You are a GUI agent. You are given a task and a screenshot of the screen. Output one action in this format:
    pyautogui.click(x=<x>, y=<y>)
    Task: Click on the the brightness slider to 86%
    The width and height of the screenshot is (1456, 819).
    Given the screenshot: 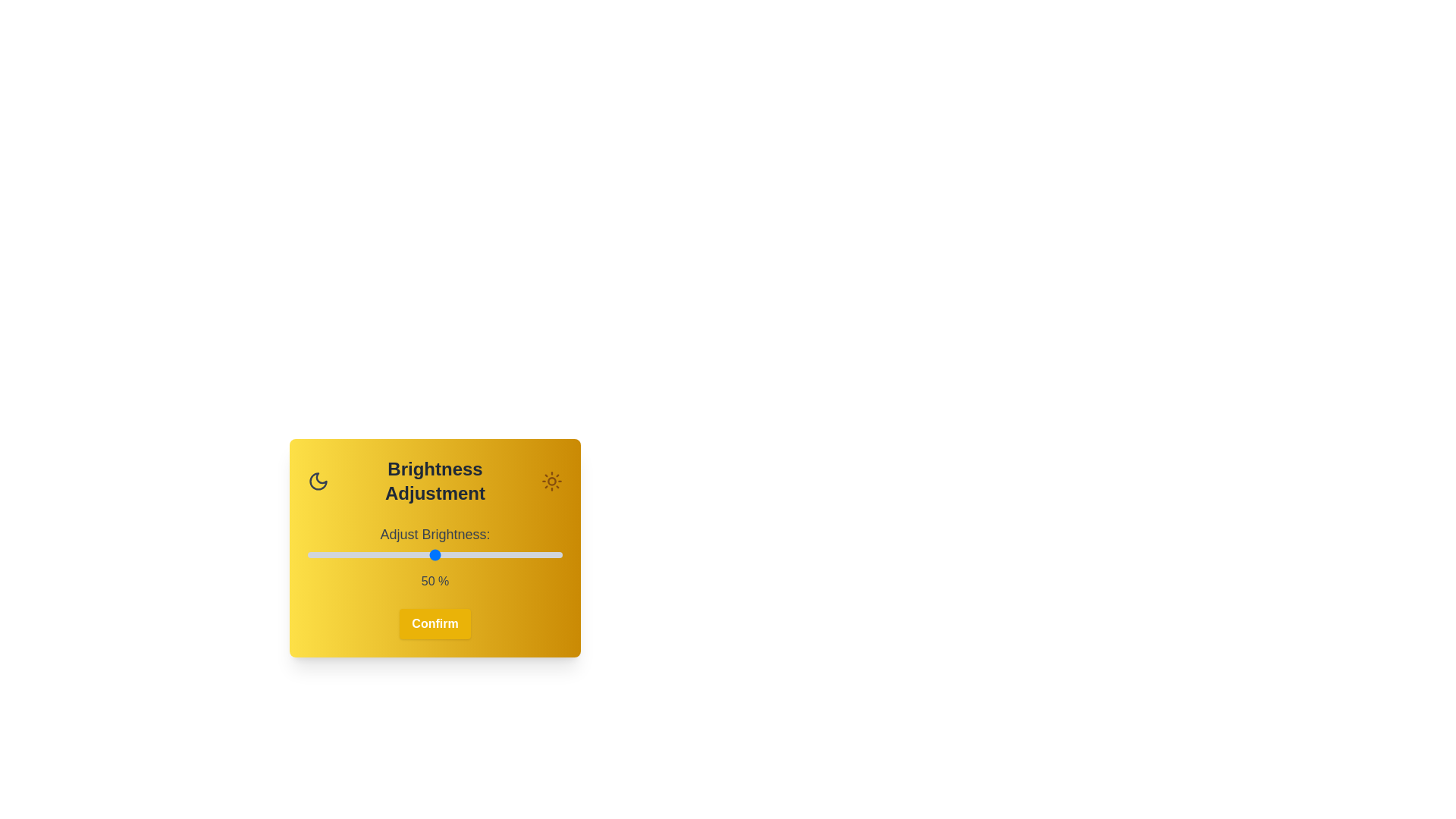 What is the action you would take?
    pyautogui.click(x=527, y=555)
    